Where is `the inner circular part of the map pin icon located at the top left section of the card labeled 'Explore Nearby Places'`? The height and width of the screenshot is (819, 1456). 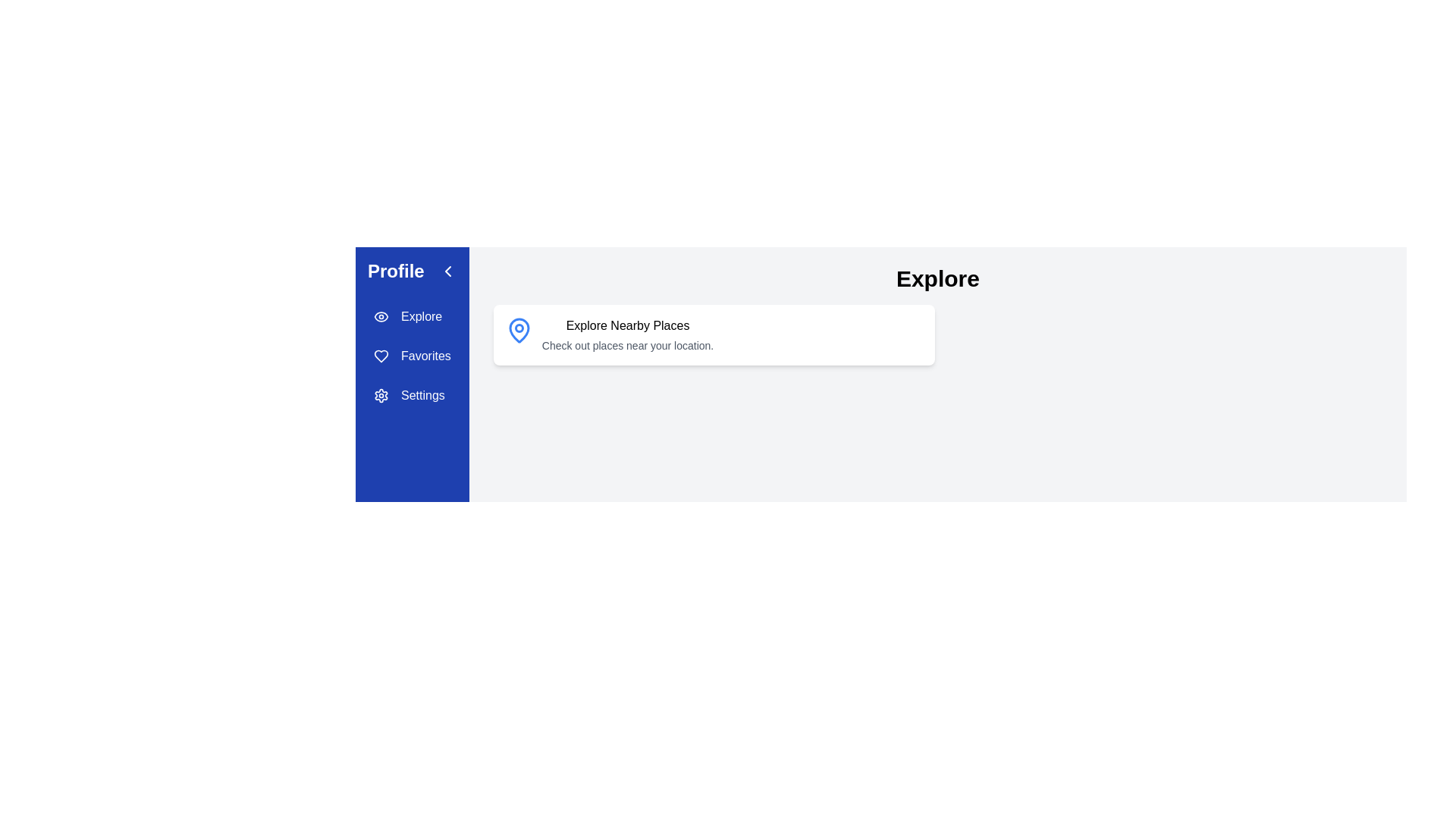
the inner circular part of the map pin icon located at the top left section of the card labeled 'Explore Nearby Places' is located at coordinates (519, 327).